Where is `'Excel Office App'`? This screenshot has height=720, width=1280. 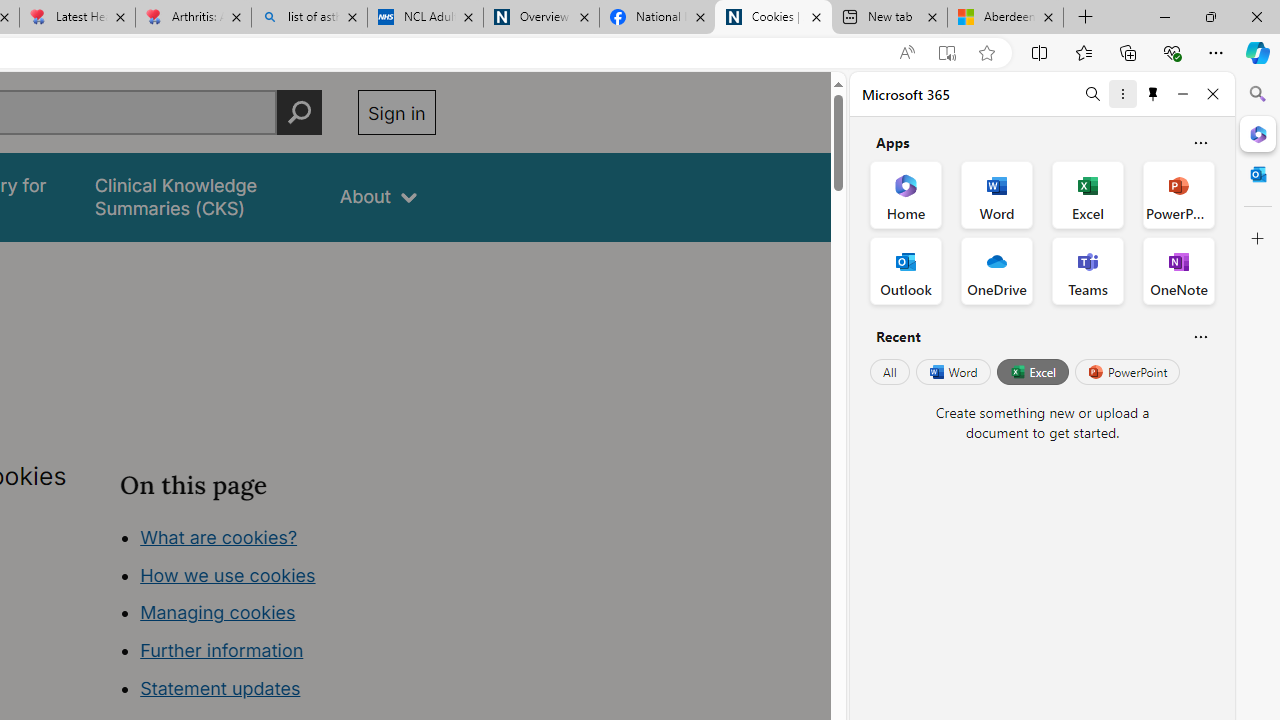 'Excel Office App' is located at coordinates (1087, 195).